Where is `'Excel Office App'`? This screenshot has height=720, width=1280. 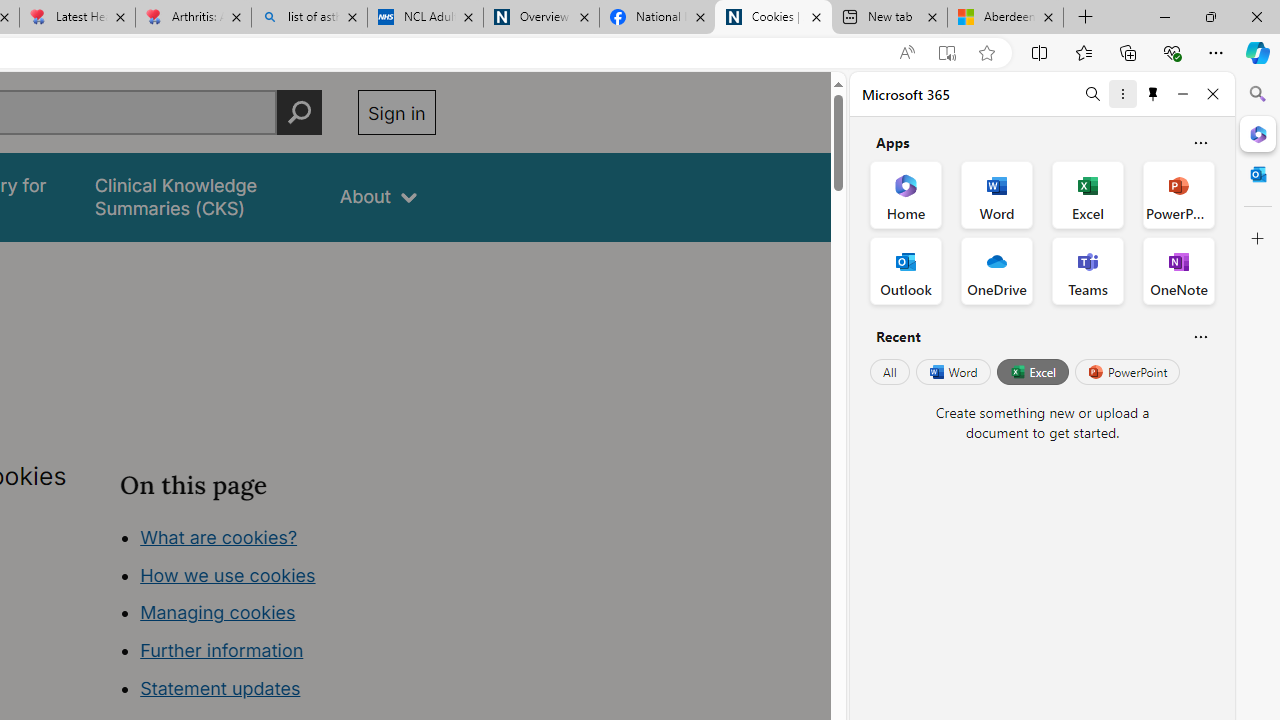 'Excel Office App' is located at coordinates (1087, 195).